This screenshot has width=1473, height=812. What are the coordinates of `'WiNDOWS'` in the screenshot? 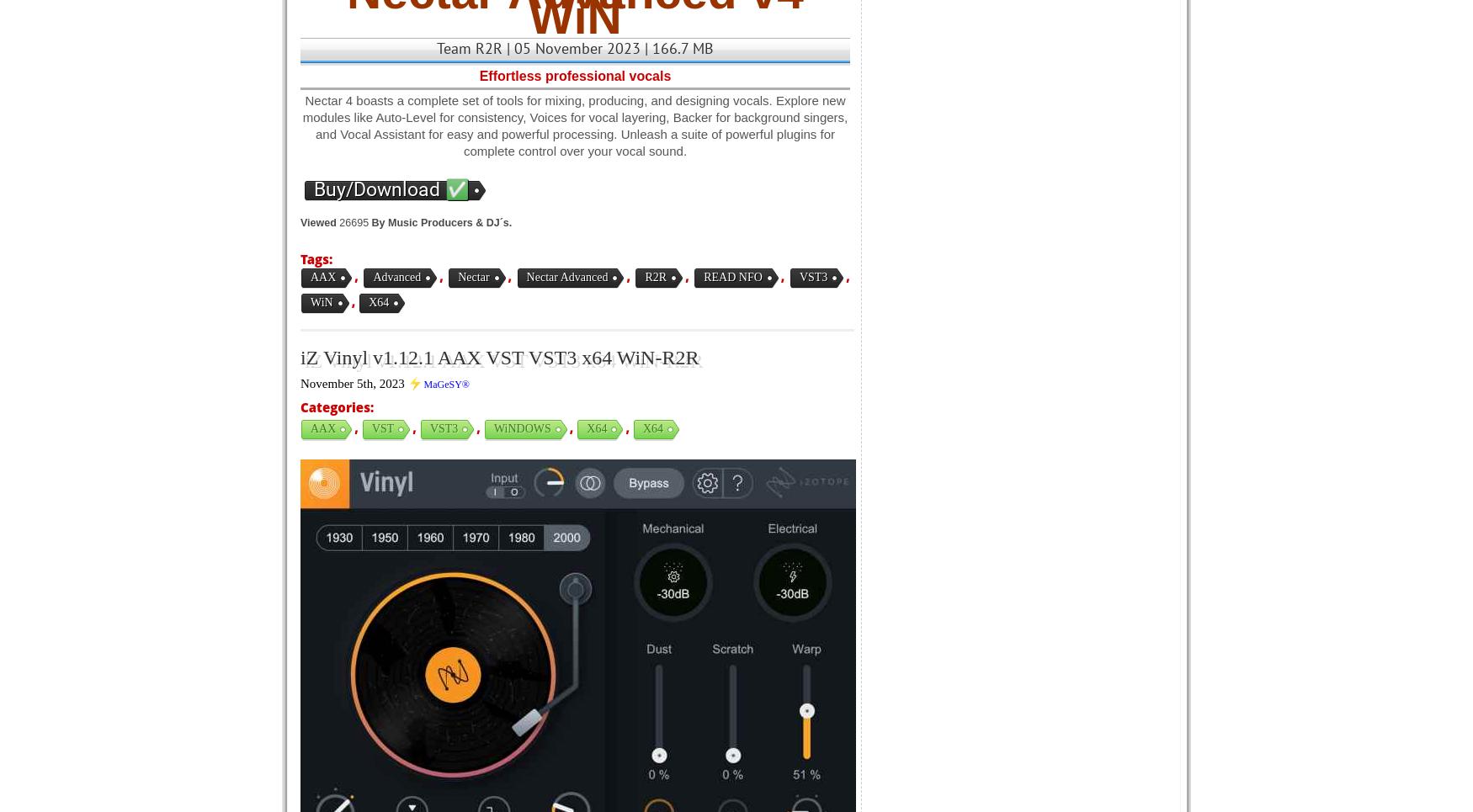 It's located at (522, 428).